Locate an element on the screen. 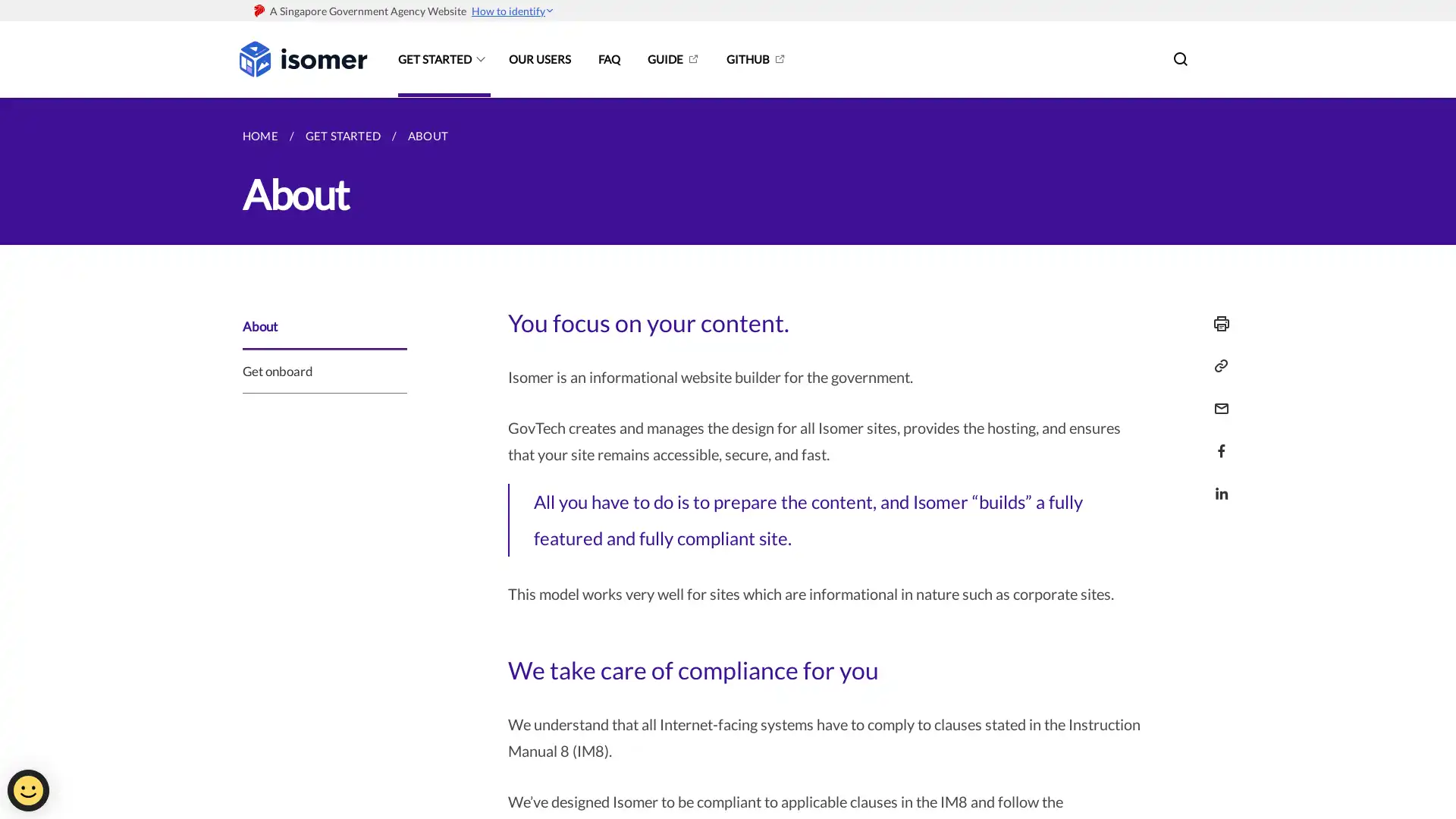 This screenshot has height=819, width=1456. Copy Link is located at coordinates (1216, 366).